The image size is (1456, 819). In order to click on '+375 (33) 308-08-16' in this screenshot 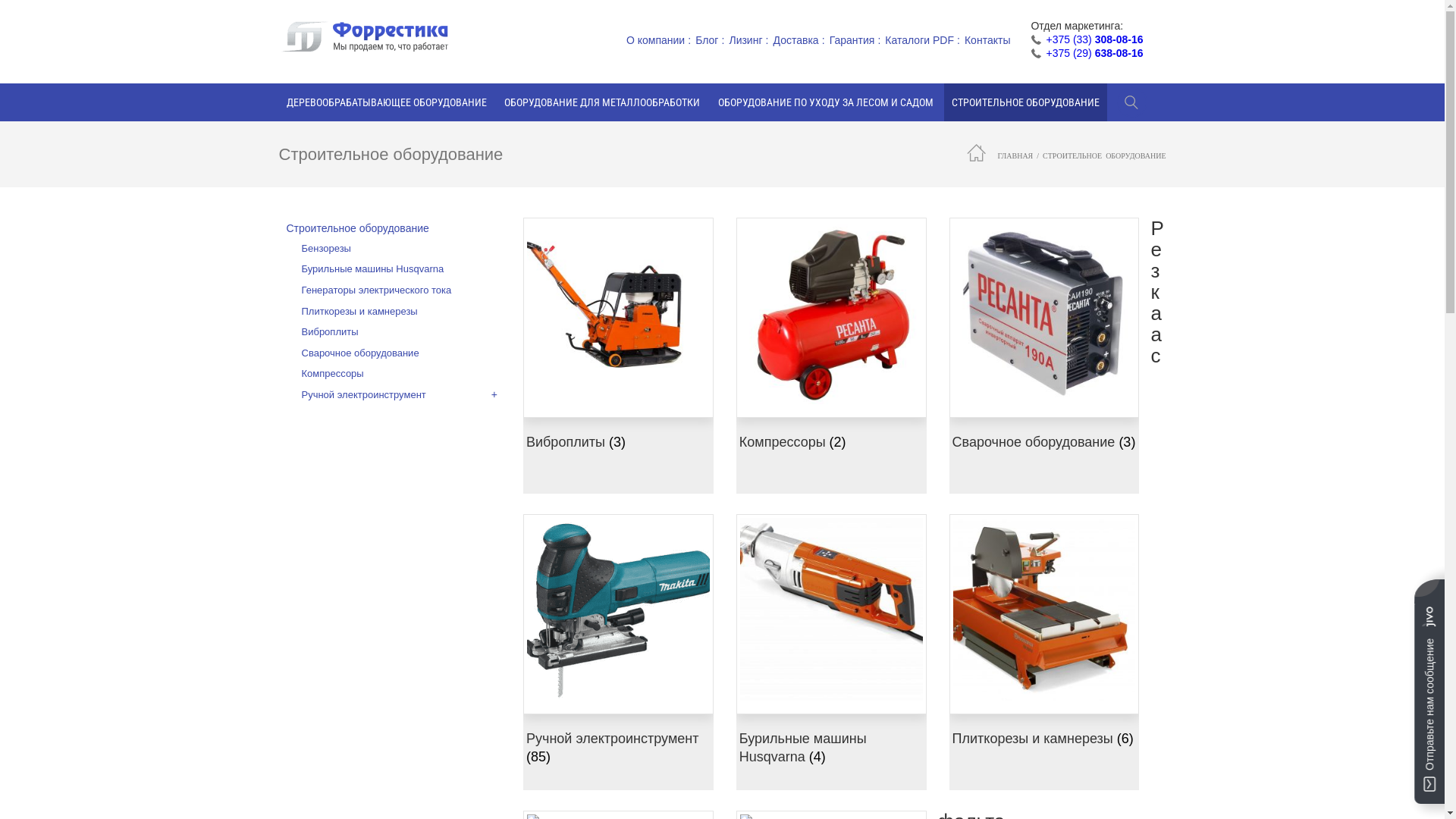, I will do `click(1094, 38)`.